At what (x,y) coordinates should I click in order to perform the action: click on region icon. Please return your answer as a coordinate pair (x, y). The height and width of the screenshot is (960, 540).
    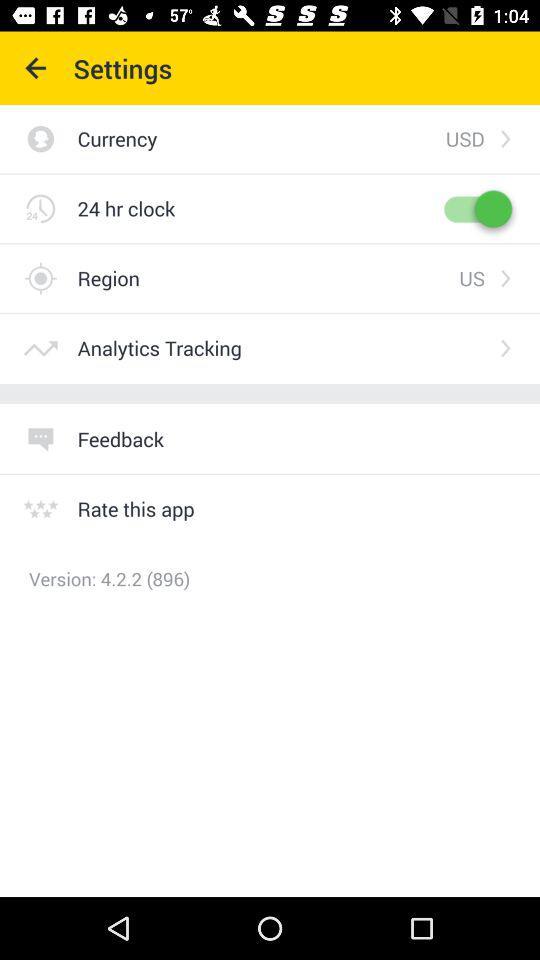
    Looking at the image, I should click on (268, 277).